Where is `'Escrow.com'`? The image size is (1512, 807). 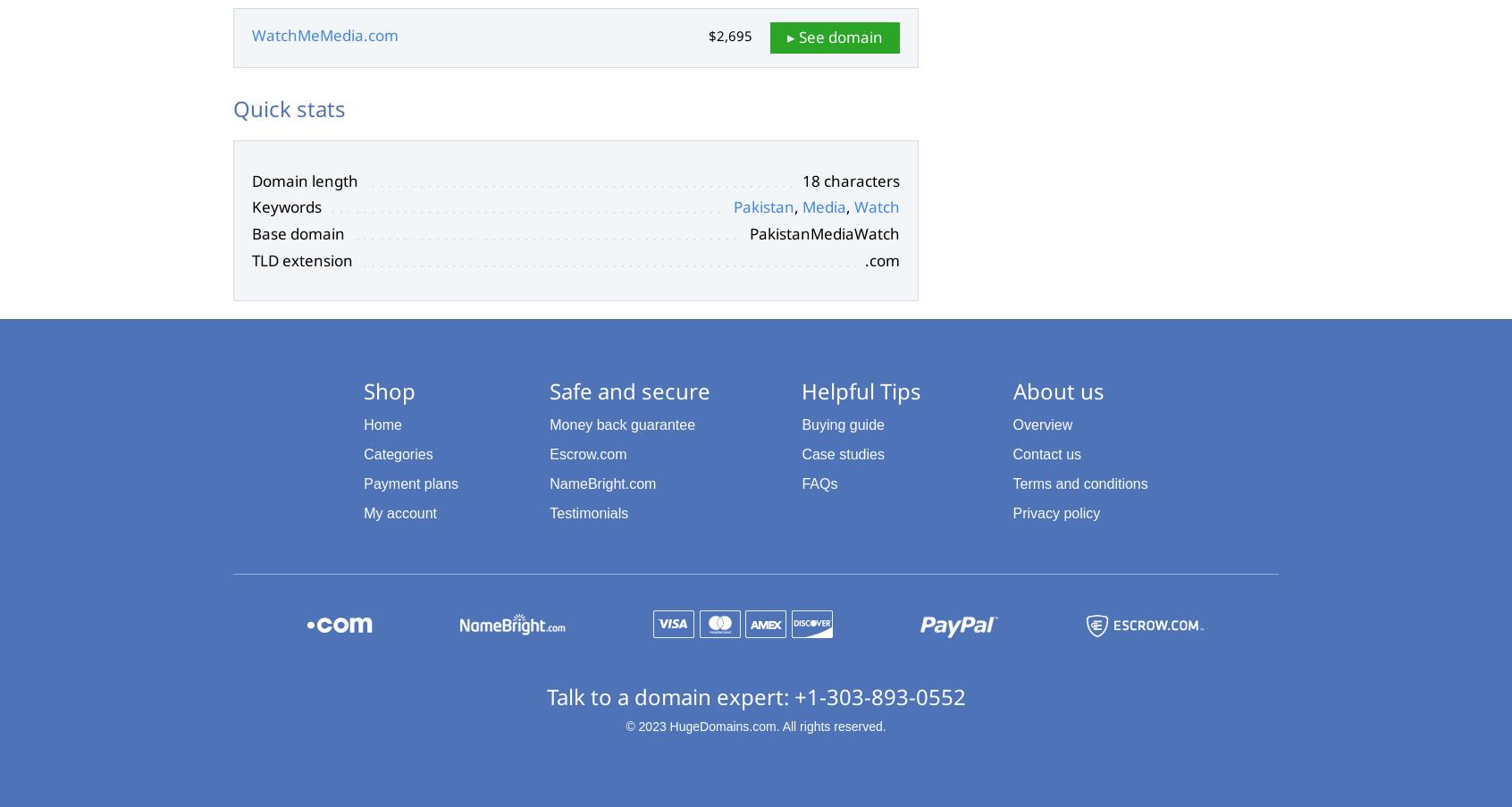
'Escrow.com' is located at coordinates (549, 454).